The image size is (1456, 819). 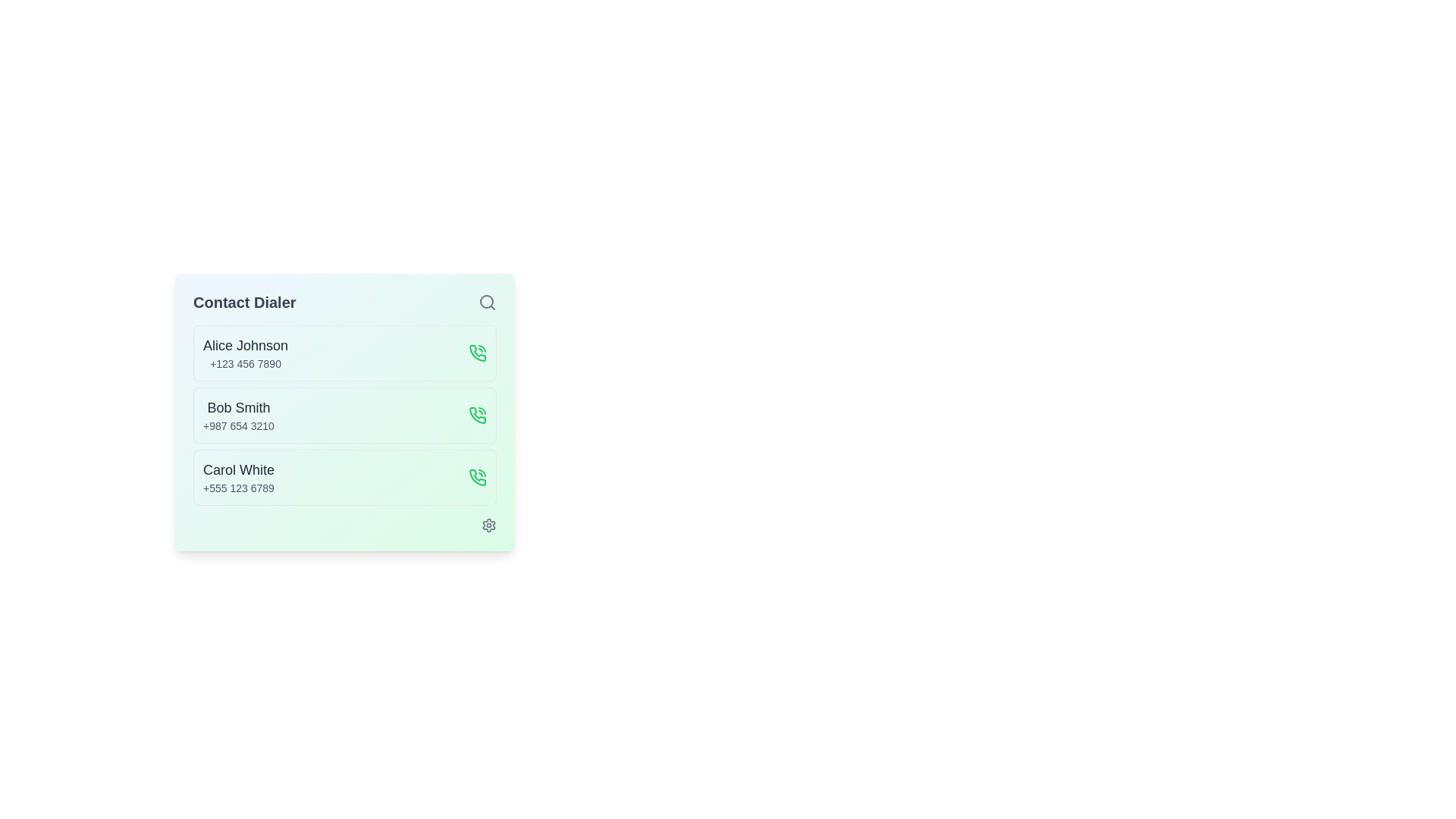 I want to click on the second contact entry in the 'Contact Dialer' interface, which displays the name and phone number of an individual, positioned between 'Alice Johnson' and 'Carol White', so click(x=237, y=415).